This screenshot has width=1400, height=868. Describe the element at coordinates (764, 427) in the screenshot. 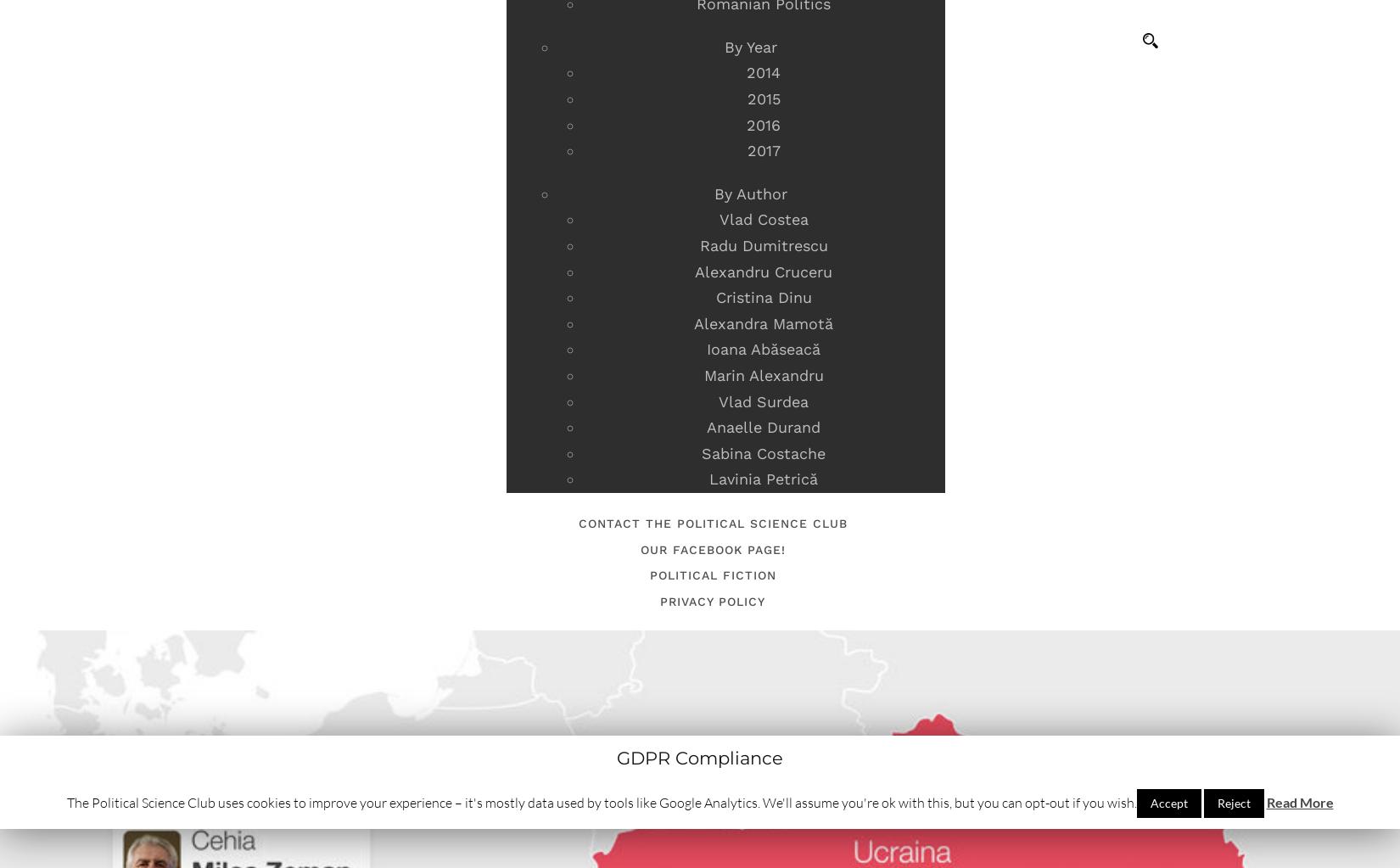

I see `'Anaelle Durand'` at that location.